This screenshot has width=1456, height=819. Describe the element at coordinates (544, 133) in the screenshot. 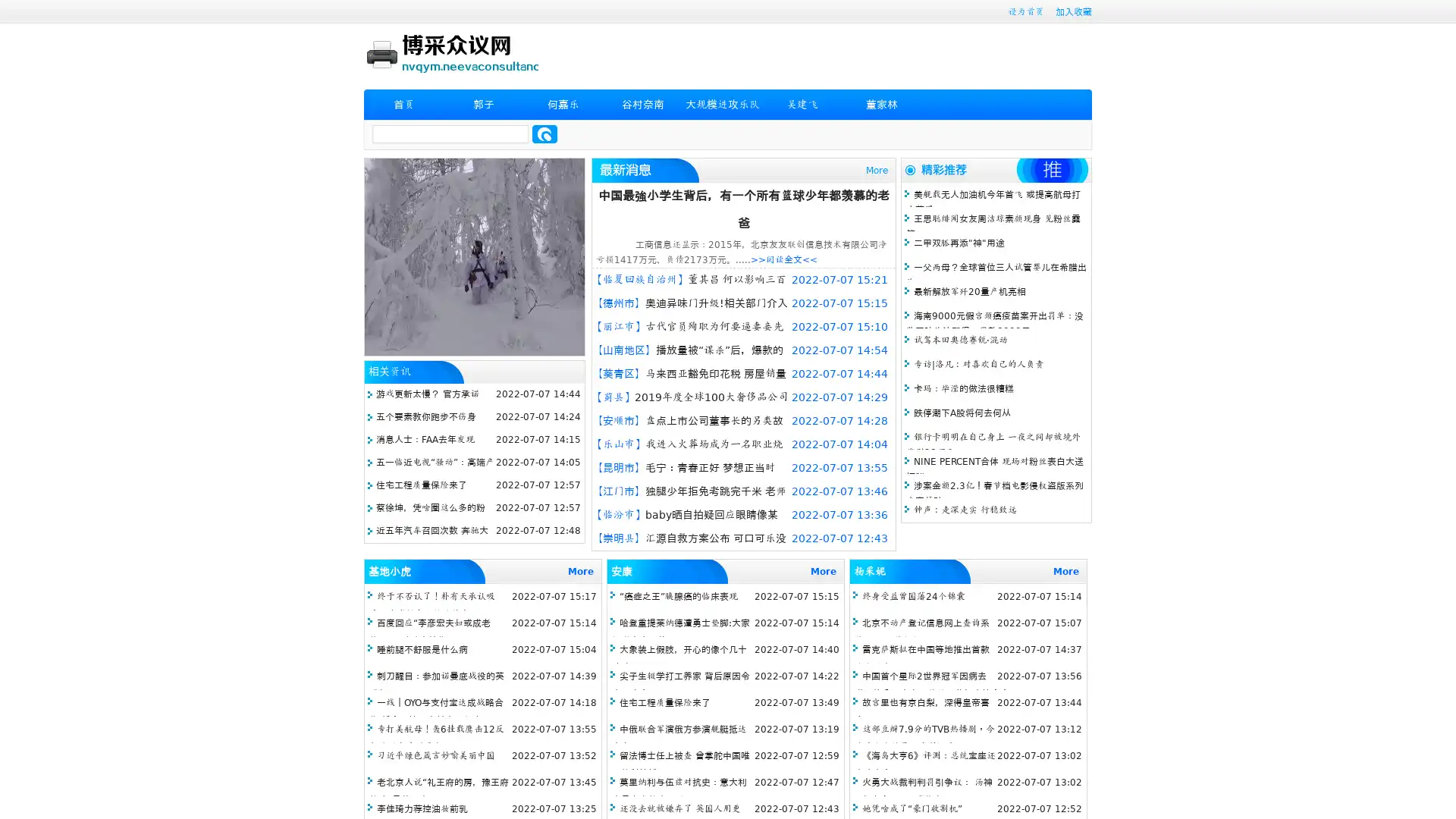

I see `Search` at that location.